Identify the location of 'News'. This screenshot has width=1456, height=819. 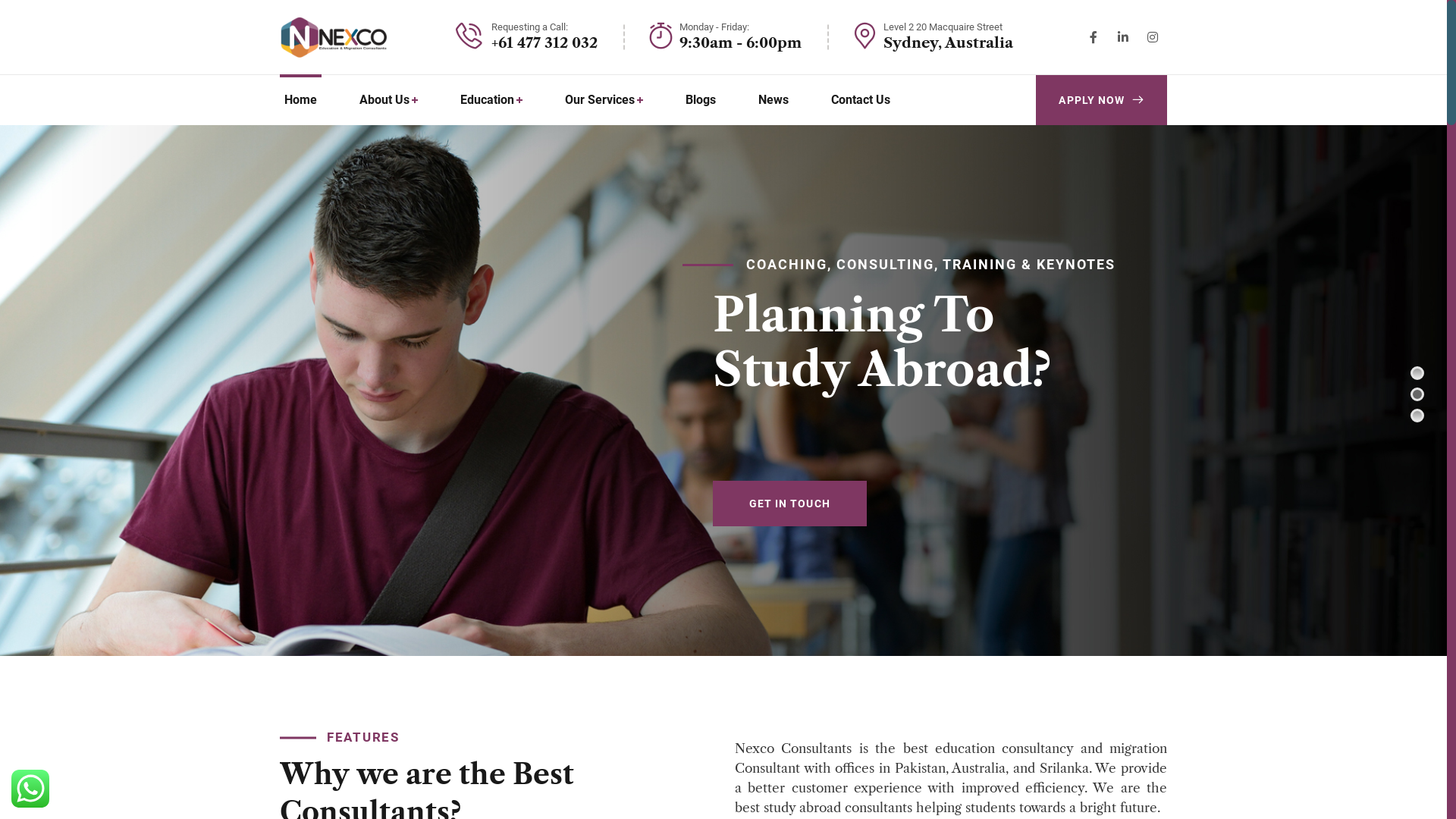
(773, 99).